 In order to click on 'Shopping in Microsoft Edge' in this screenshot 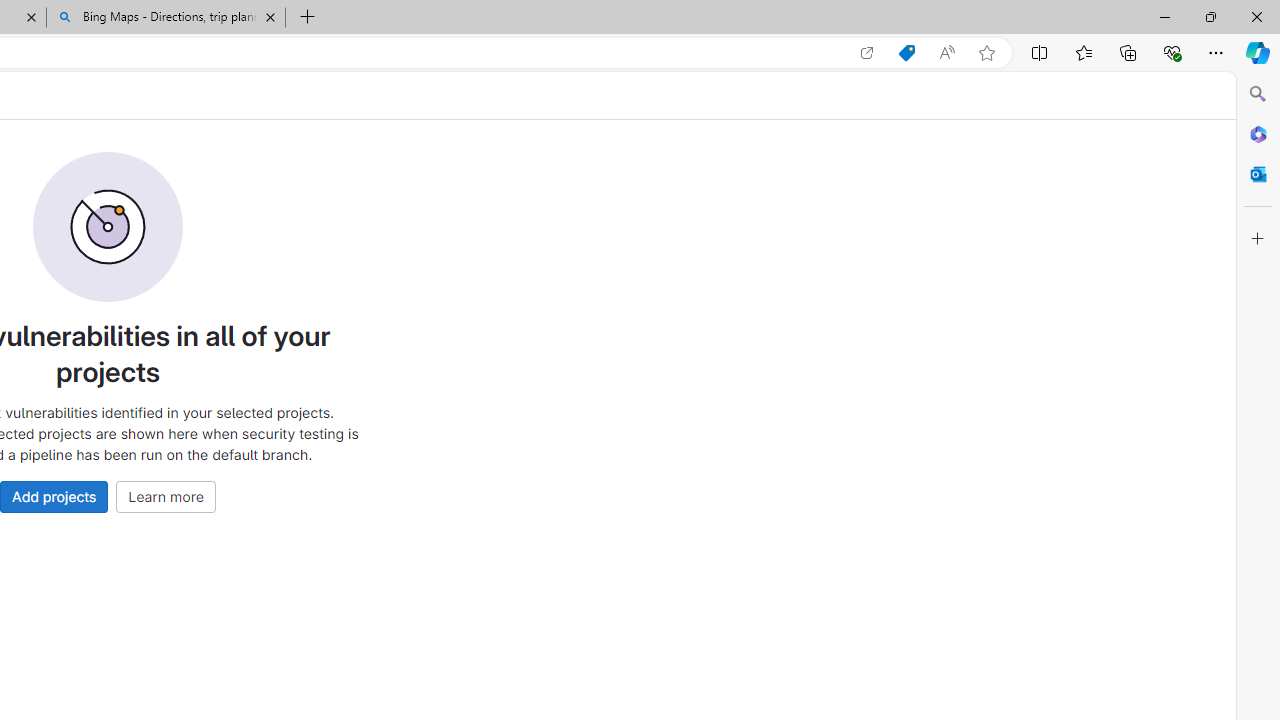, I will do `click(905, 52)`.